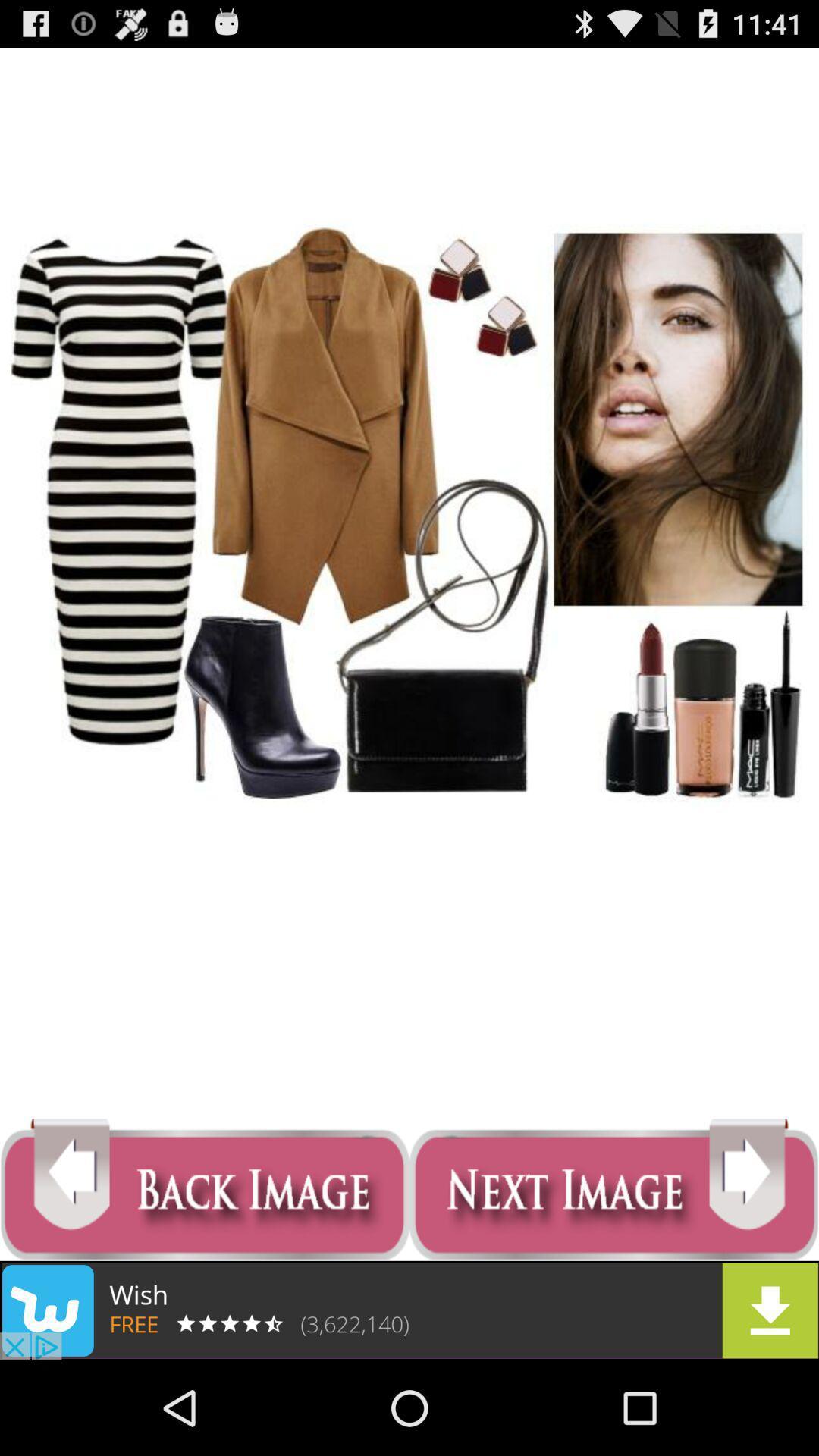 This screenshot has height=1456, width=819. I want to click on advertisement page, so click(409, 1310).